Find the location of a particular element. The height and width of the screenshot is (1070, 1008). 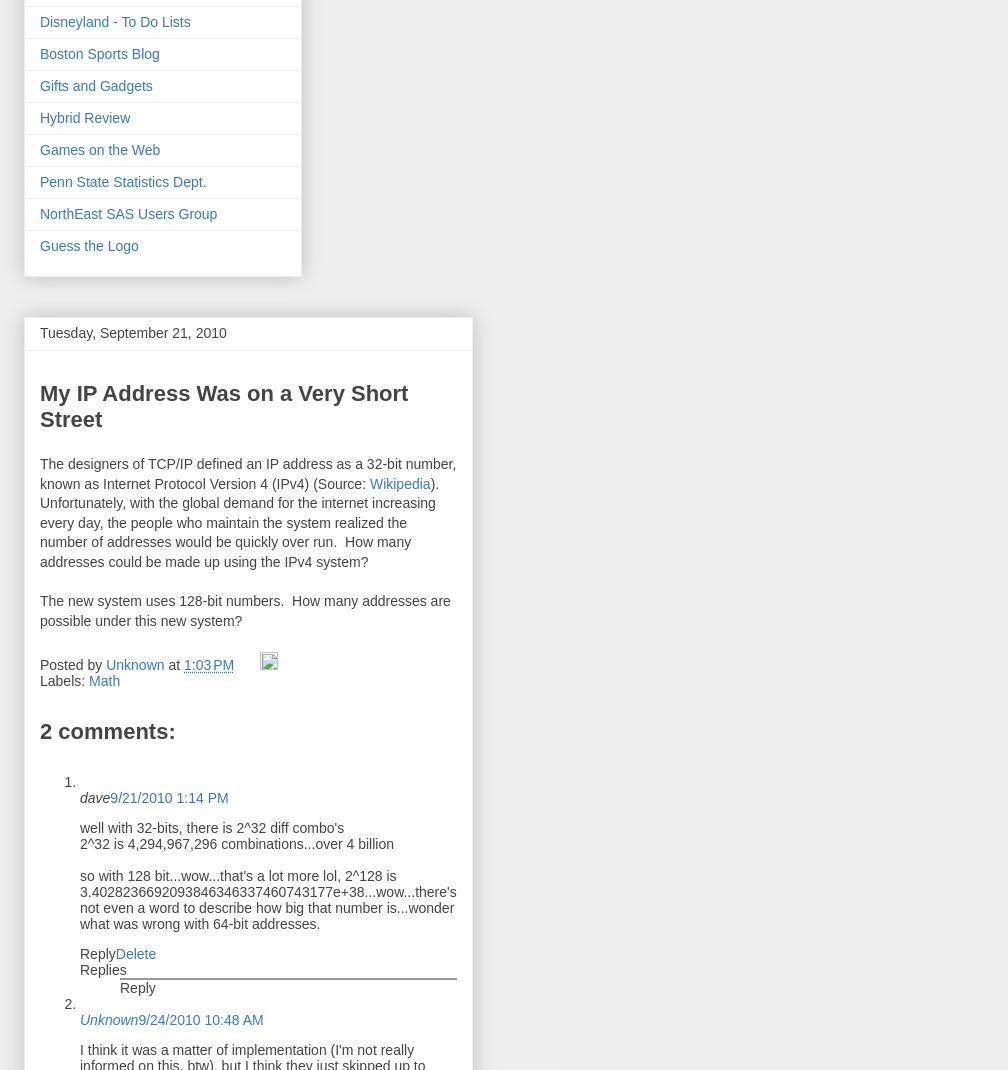

'Wikipedia' is located at coordinates (399, 482).